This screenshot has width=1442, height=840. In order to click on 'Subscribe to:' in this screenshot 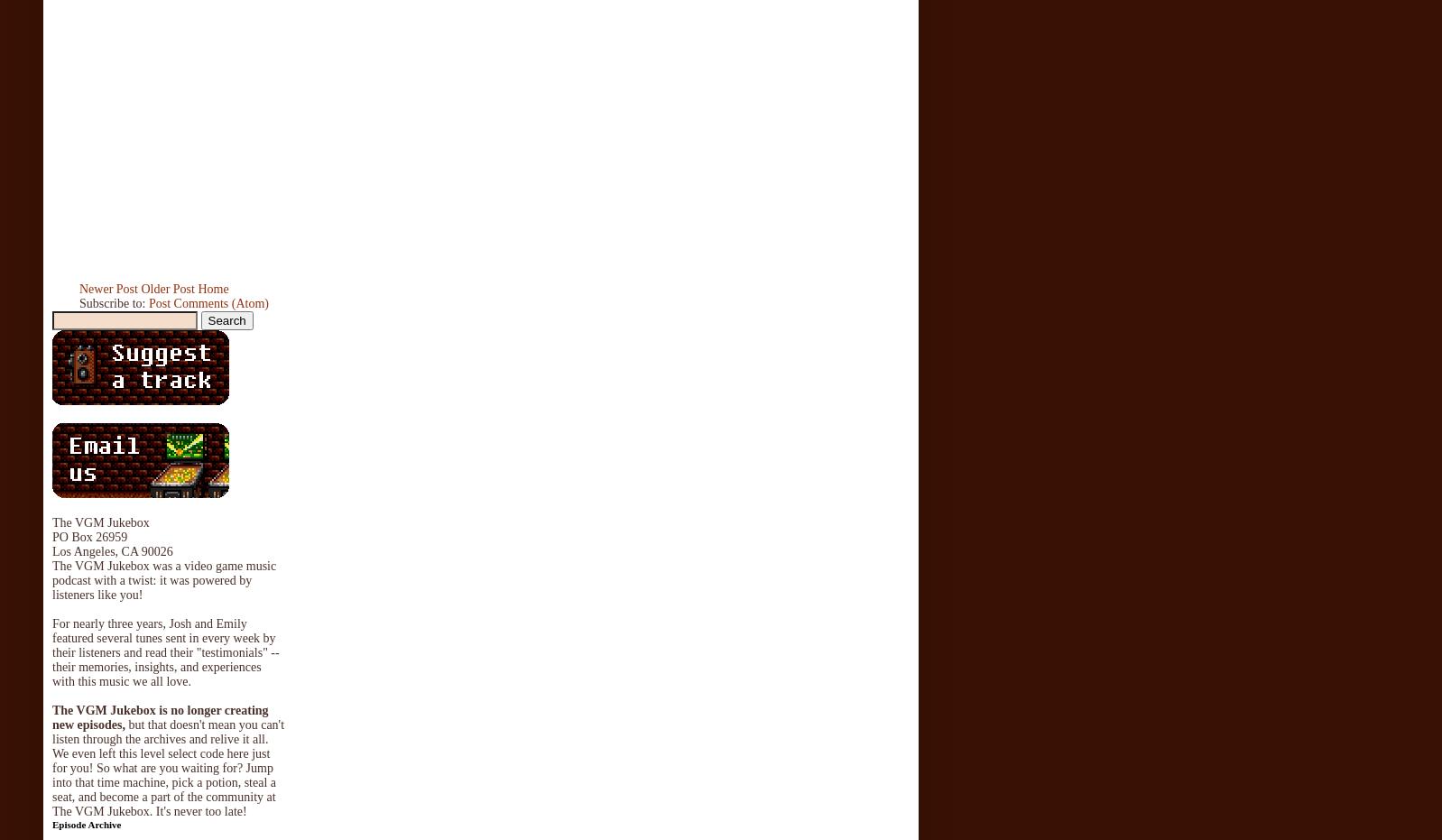, I will do `click(79, 302)`.